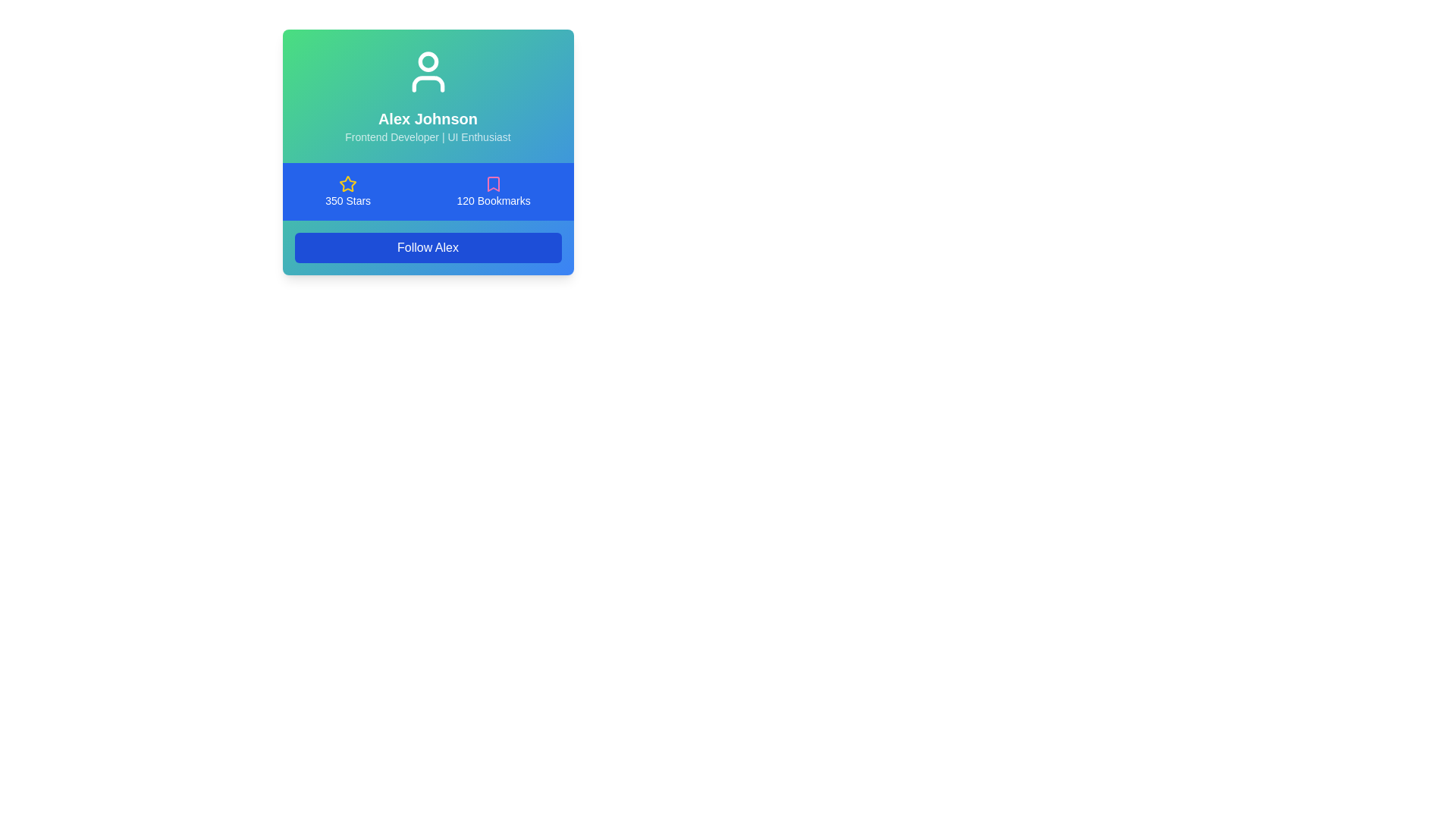 The image size is (1456, 819). What do you see at coordinates (427, 61) in the screenshot?
I see `the small circular graphic (SVG Circle) located near the top center of the profile card, which is the second element within the 'lucide-user' SVG and positioned above the user's name and details section` at bounding box center [427, 61].